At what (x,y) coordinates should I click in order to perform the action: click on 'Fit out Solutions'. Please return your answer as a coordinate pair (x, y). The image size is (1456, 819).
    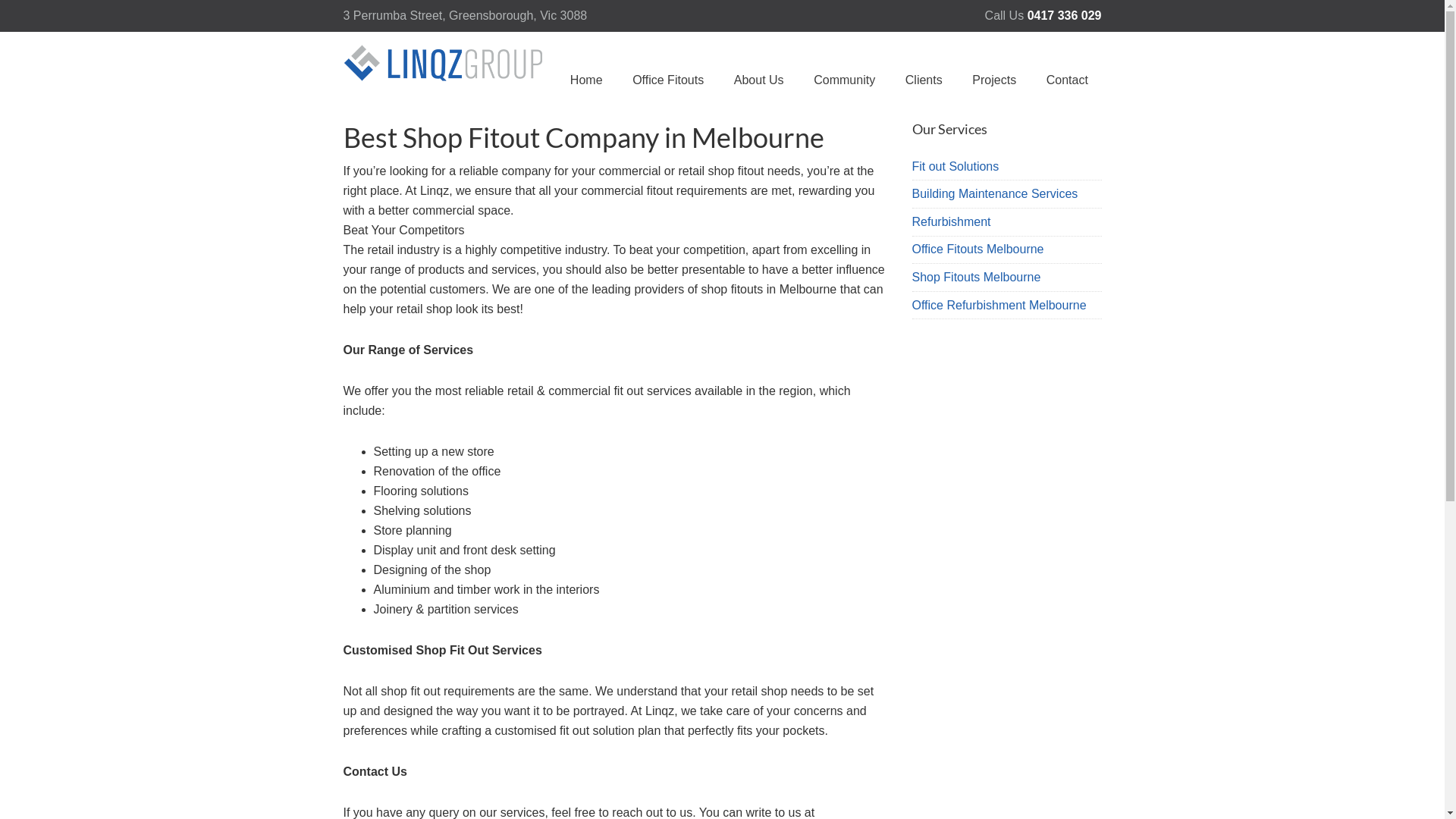
    Looking at the image, I should click on (1006, 166).